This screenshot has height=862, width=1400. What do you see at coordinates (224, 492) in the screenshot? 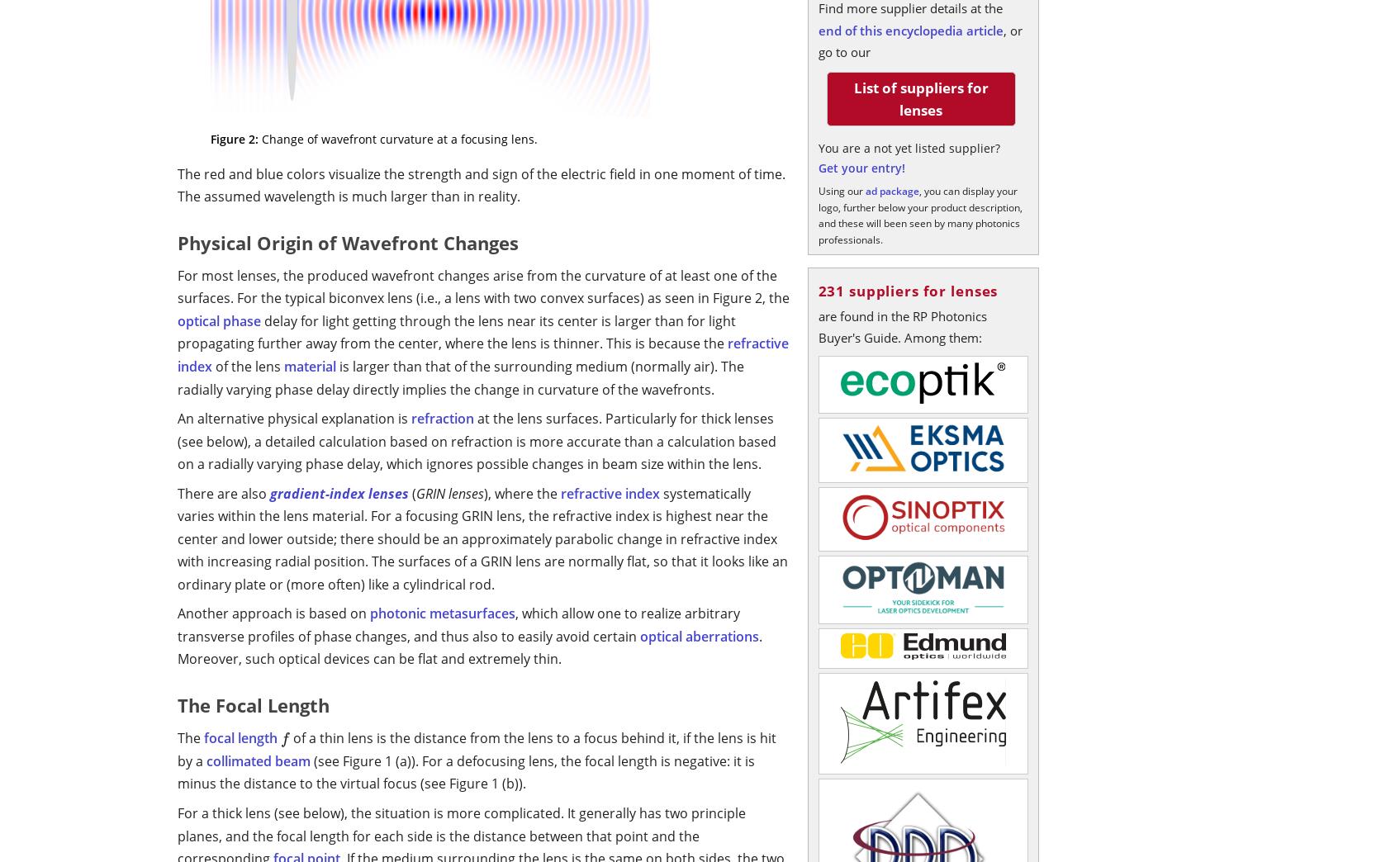
I see `'There are also'` at bounding box center [224, 492].